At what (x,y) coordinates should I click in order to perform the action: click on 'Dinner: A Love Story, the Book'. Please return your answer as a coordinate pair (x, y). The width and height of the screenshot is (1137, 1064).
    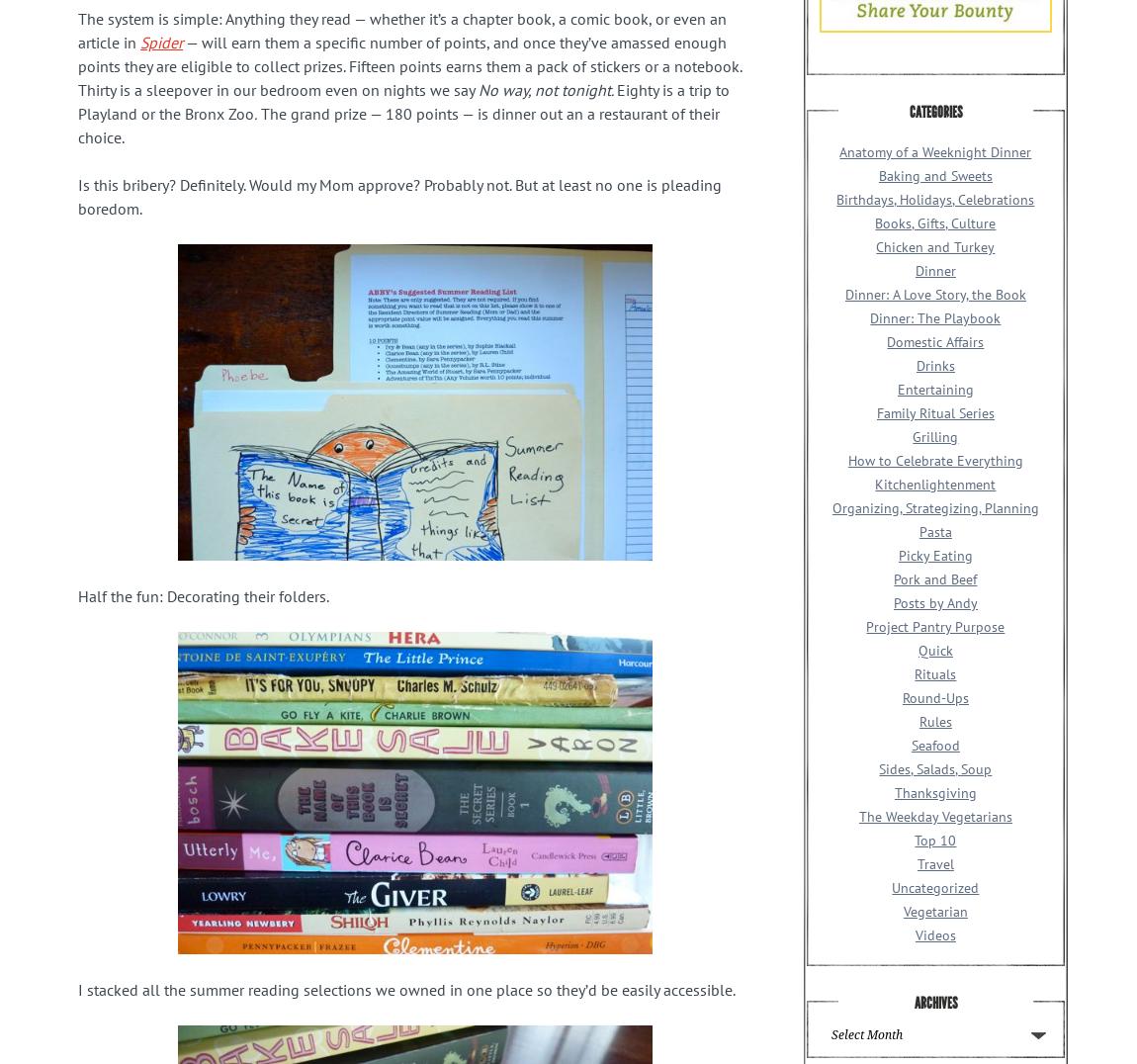
    Looking at the image, I should click on (934, 294).